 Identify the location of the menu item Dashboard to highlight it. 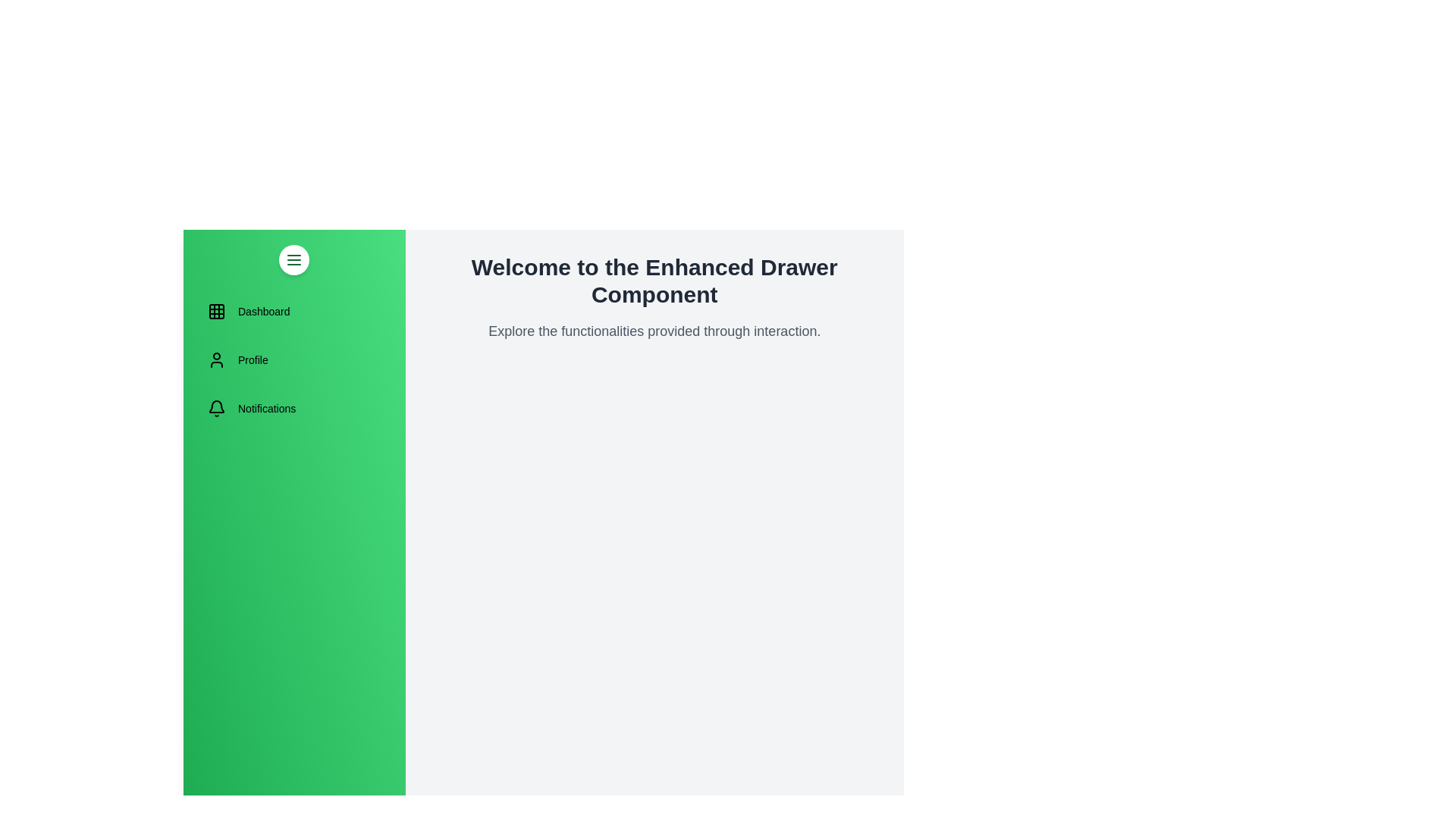
(294, 311).